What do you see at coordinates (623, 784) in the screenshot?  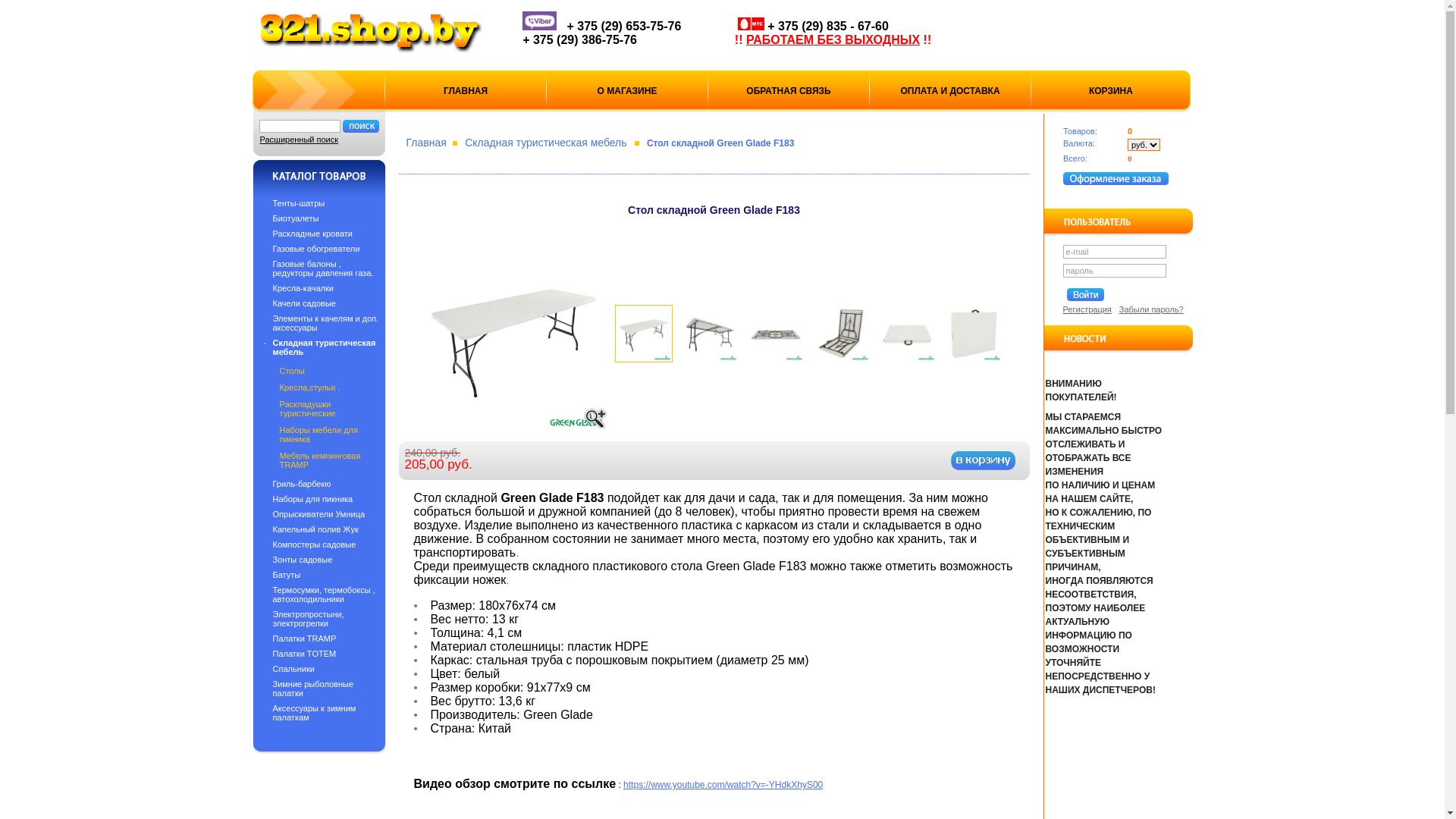 I see `'https://www.youtube.com/watch?v=-YHdkXhyS00'` at bounding box center [623, 784].